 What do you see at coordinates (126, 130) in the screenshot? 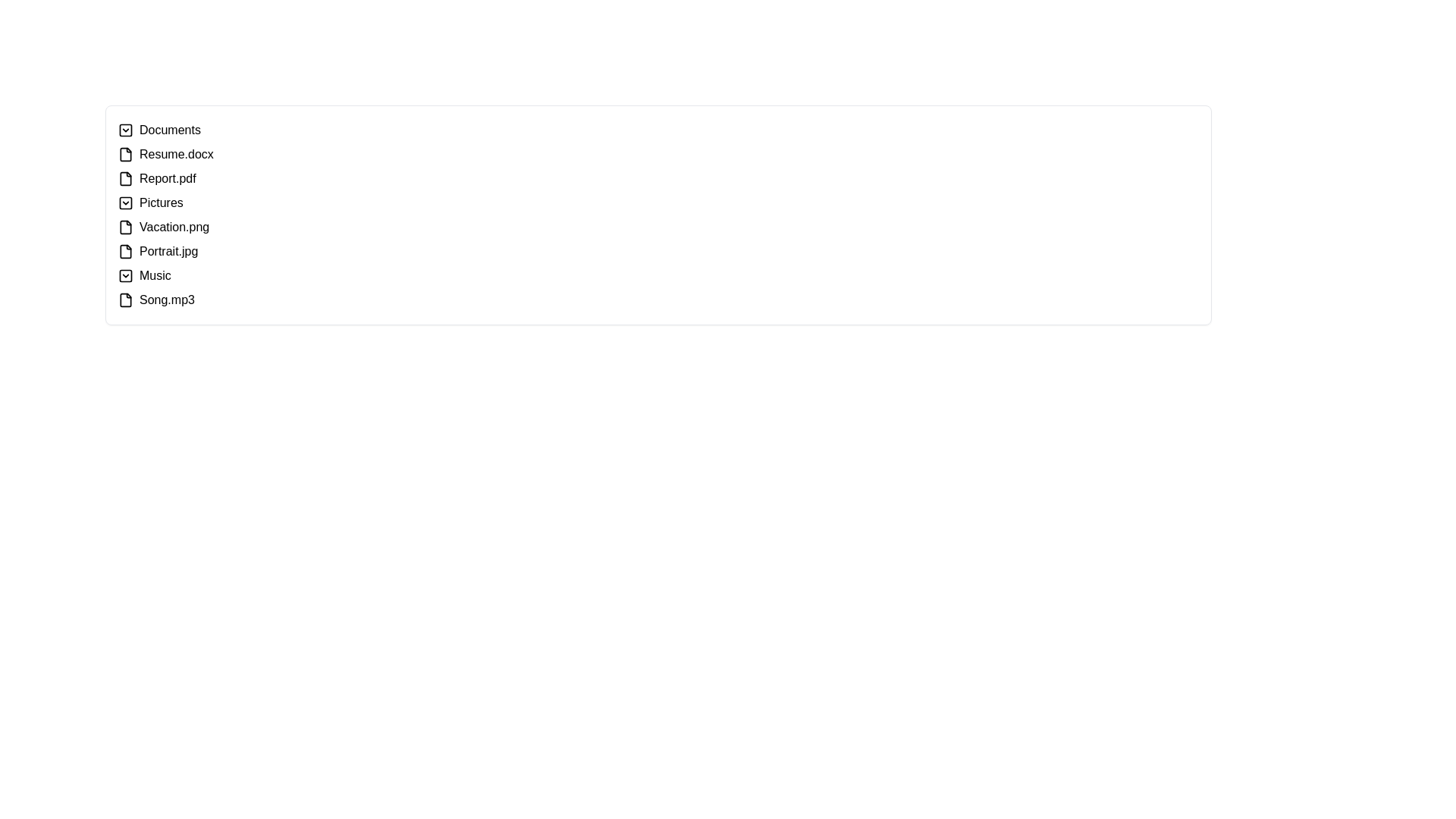
I see `the toggle icon located to the left of the 'Documents' label` at bounding box center [126, 130].